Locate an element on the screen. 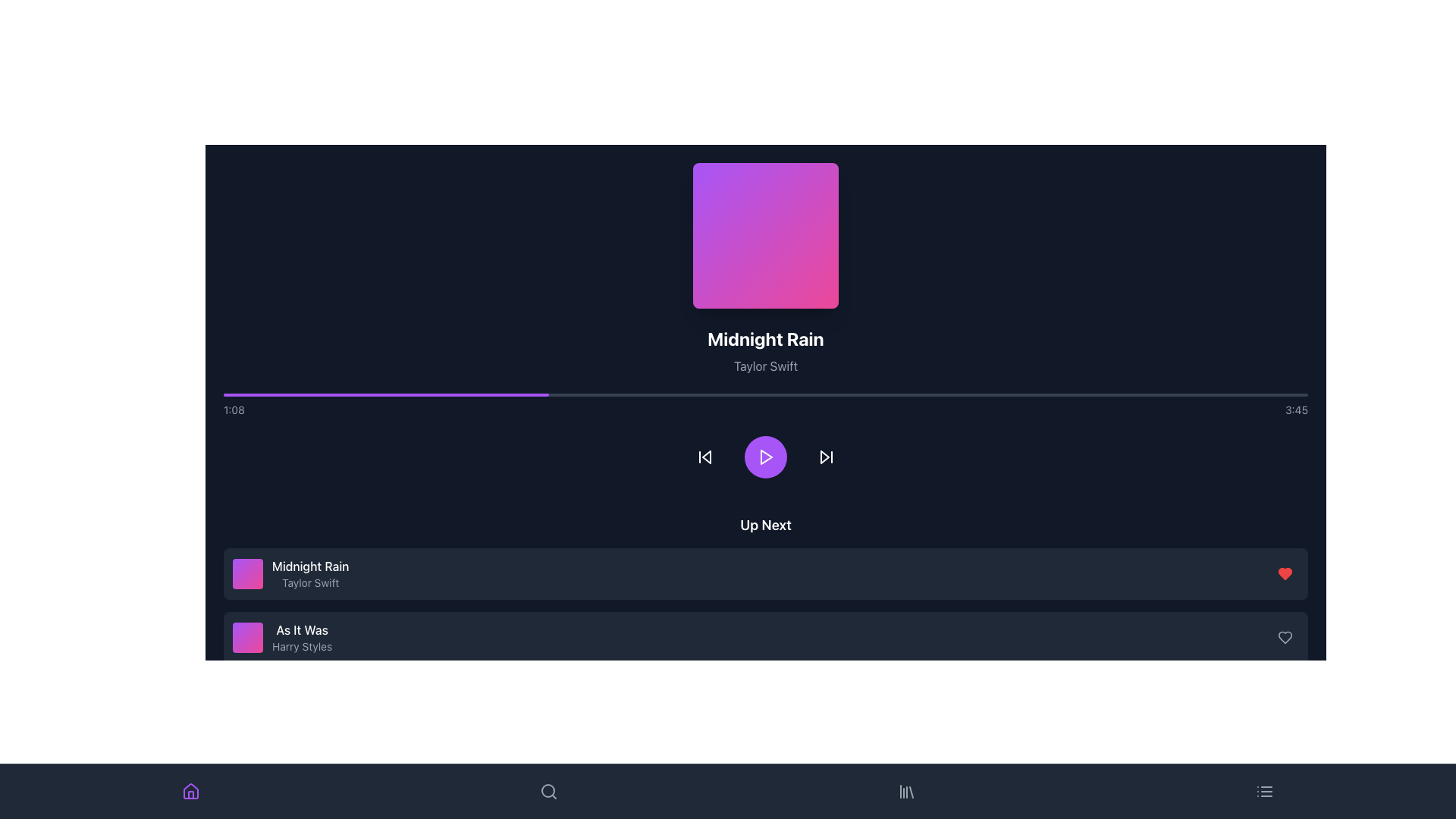 This screenshot has width=1456, height=819. the decorative square component with a gradient background transitioning from purple to pink, located to the left of the textual information 'Midnight Rain' and 'Taylor Swift' is located at coordinates (247, 573).